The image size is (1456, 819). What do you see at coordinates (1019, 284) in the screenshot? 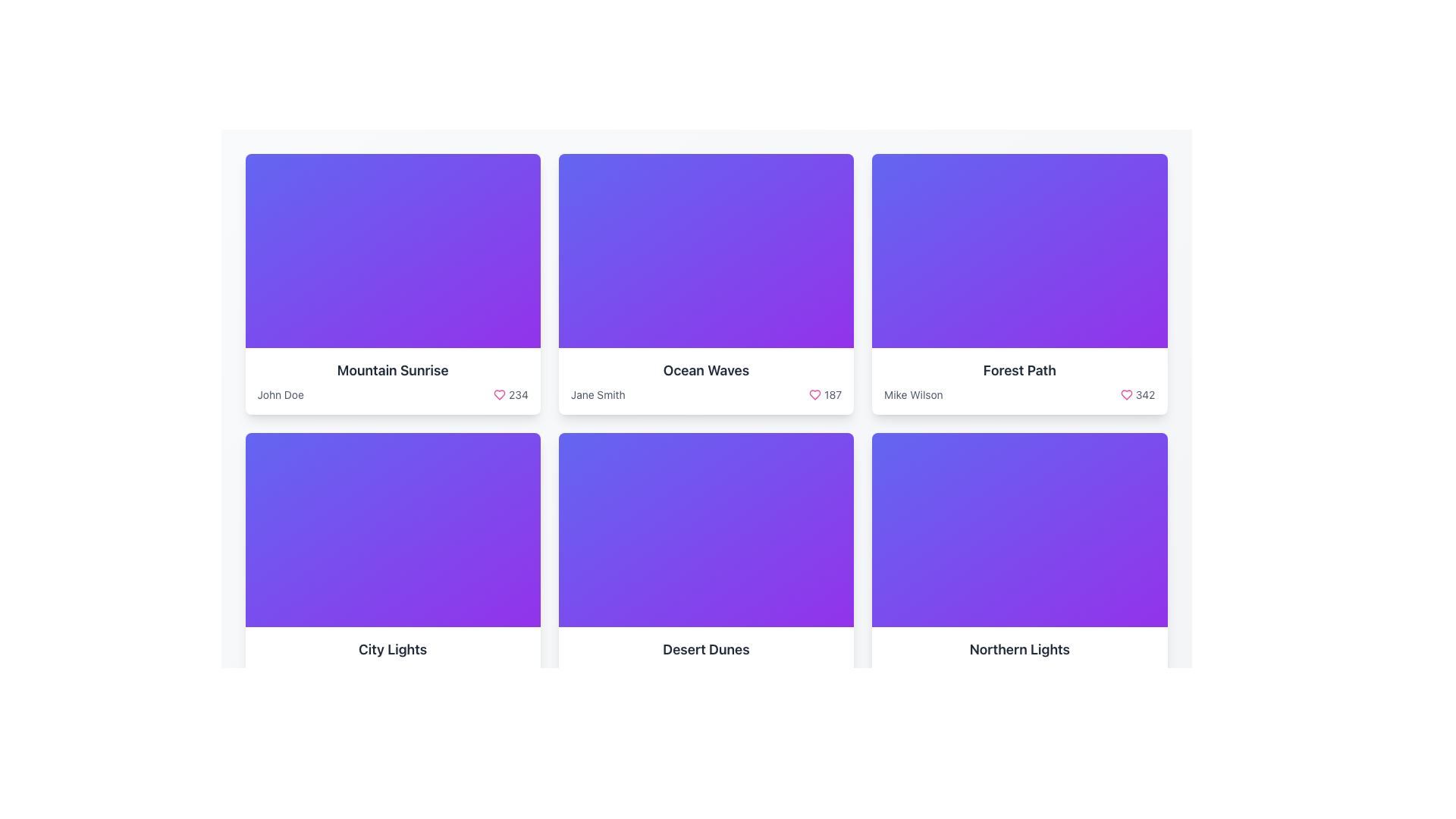
I see `the Card element displaying information in the top right corner of the gallery, which is the third card in the first row, to scale it up` at bounding box center [1019, 284].